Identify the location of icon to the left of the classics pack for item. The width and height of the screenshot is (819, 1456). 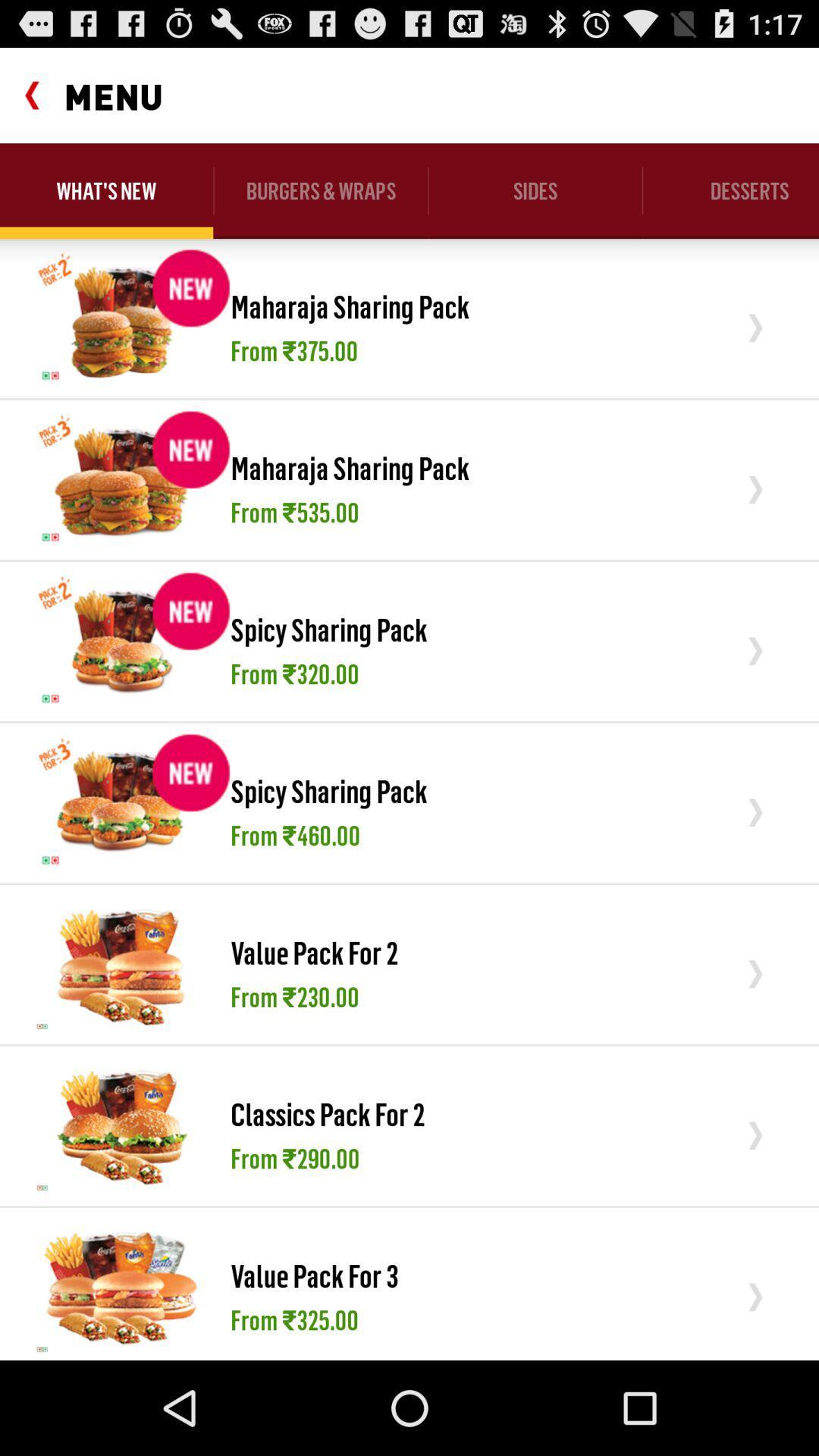
(121, 1125).